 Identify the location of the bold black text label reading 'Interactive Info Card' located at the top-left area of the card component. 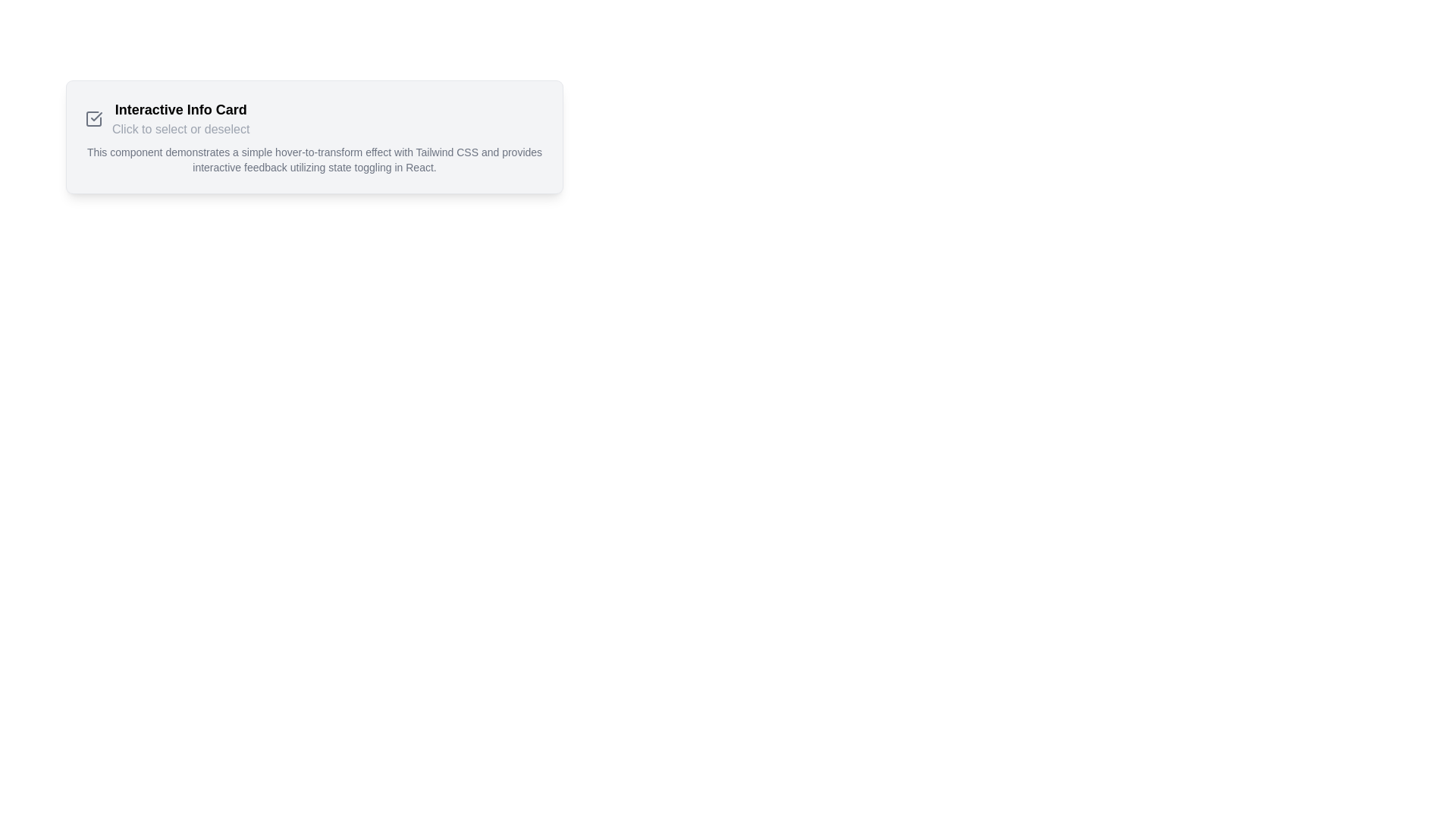
(180, 109).